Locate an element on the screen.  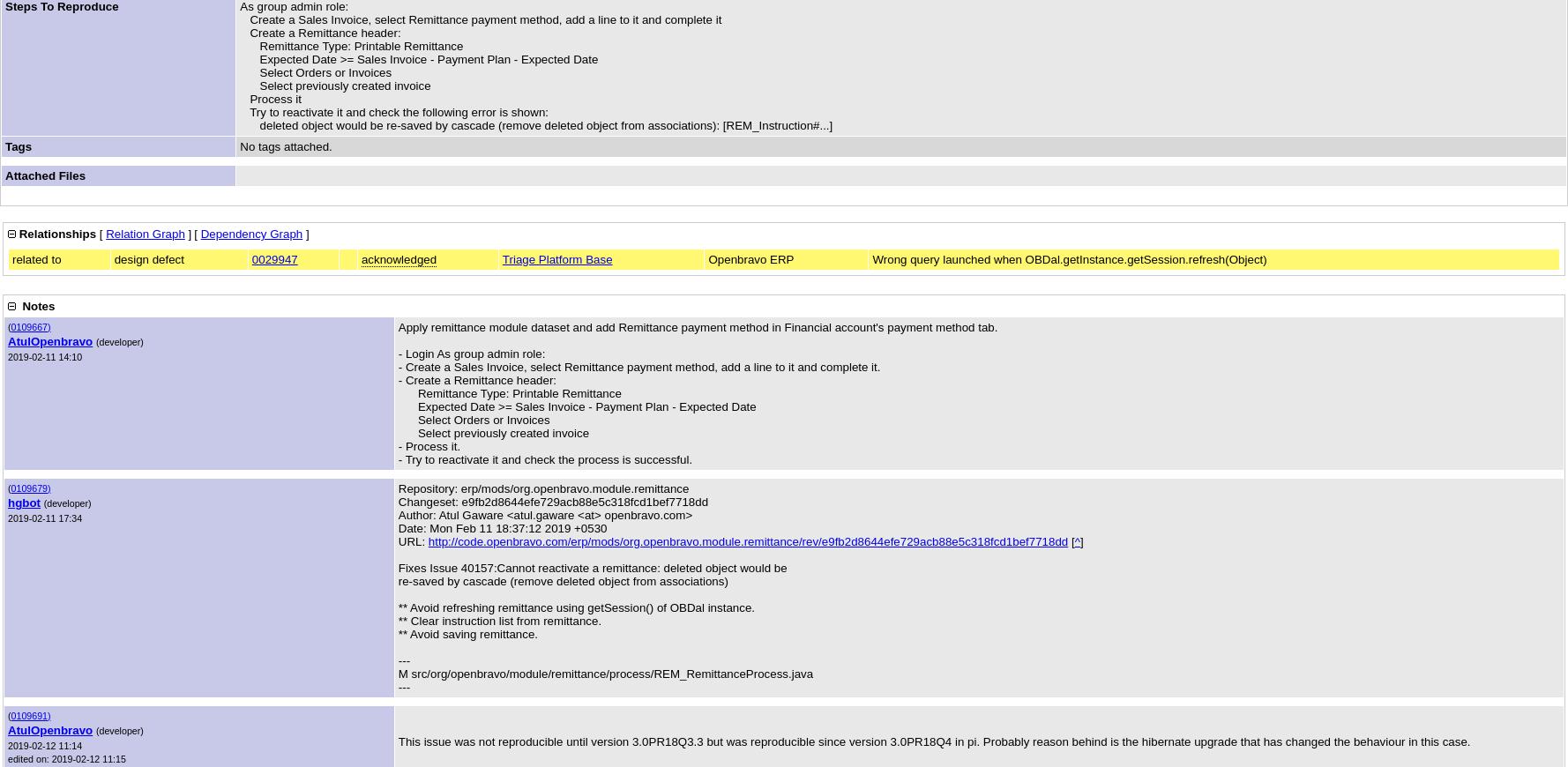
'** Avoid saving remittance.' is located at coordinates (467, 634).